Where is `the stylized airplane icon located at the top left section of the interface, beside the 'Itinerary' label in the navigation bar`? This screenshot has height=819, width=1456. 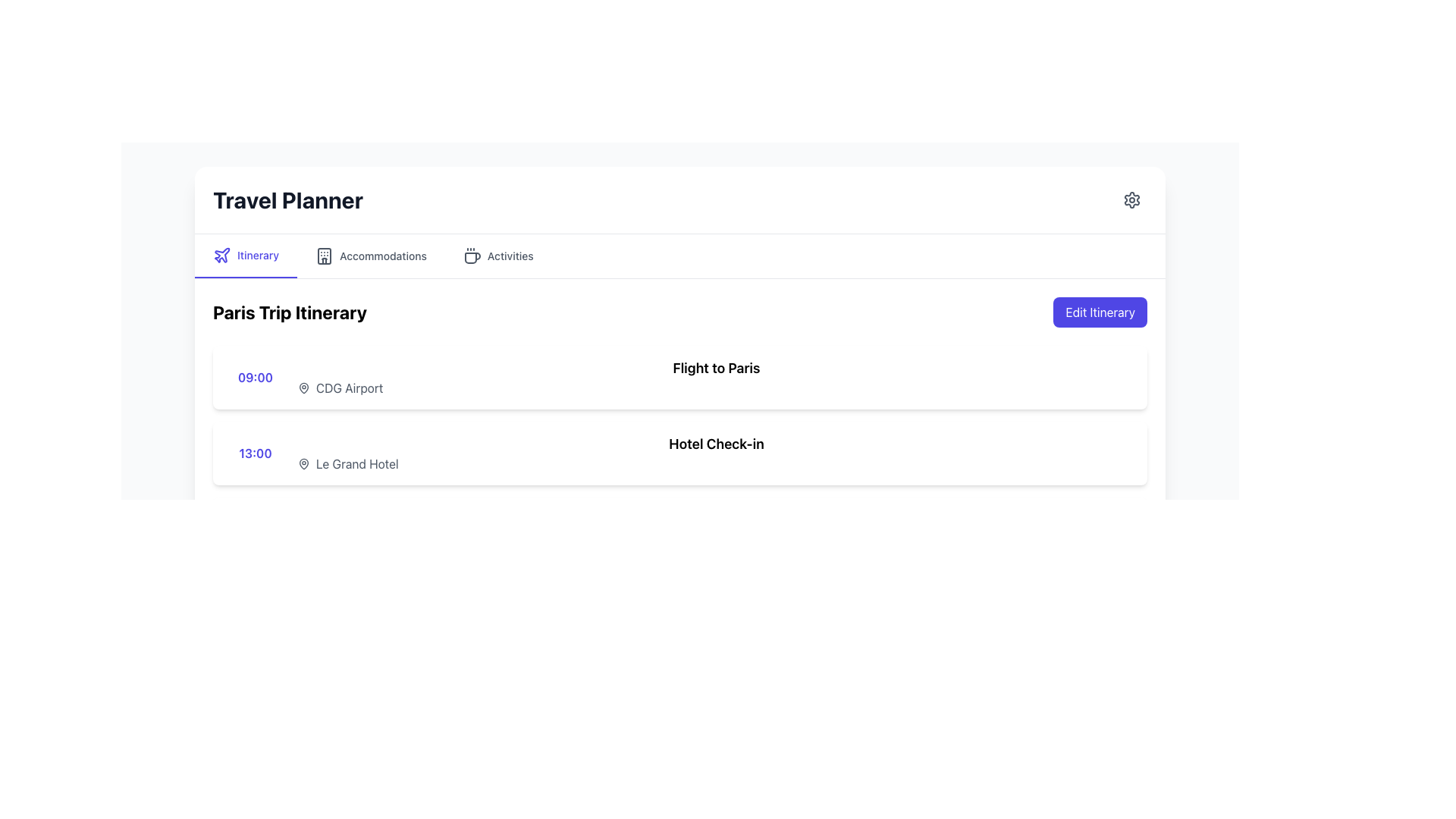
the stylized airplane icon located at the top left section of the interface, beside the 'Itinerary' label in the navigation bar is located at coordinates (221, 254).